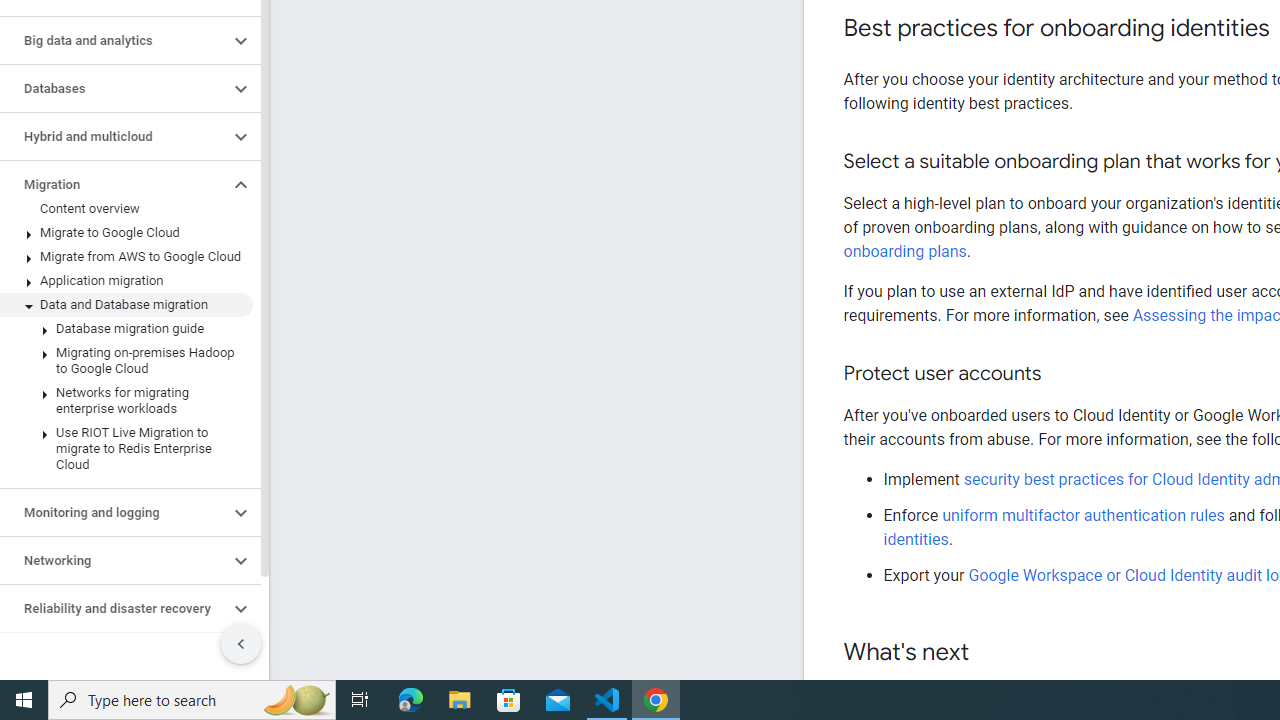  Describe the element at coordinates (125, 231) in the screenshot. I see `'Migrate to Google Cloud'` at that location.